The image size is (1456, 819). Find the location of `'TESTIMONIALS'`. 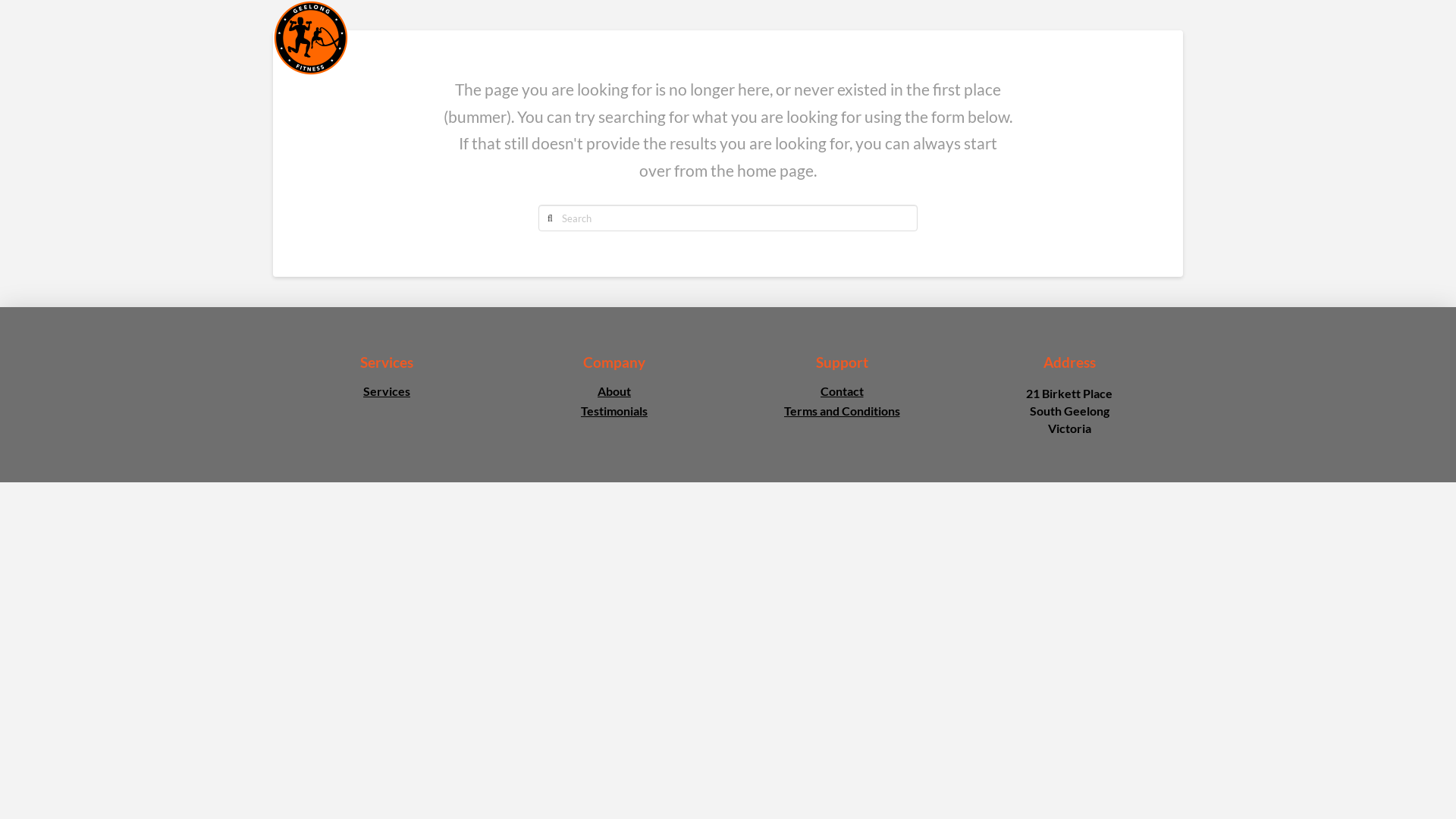

'TESTIMONIALS' is located at coordinates (983, 37).